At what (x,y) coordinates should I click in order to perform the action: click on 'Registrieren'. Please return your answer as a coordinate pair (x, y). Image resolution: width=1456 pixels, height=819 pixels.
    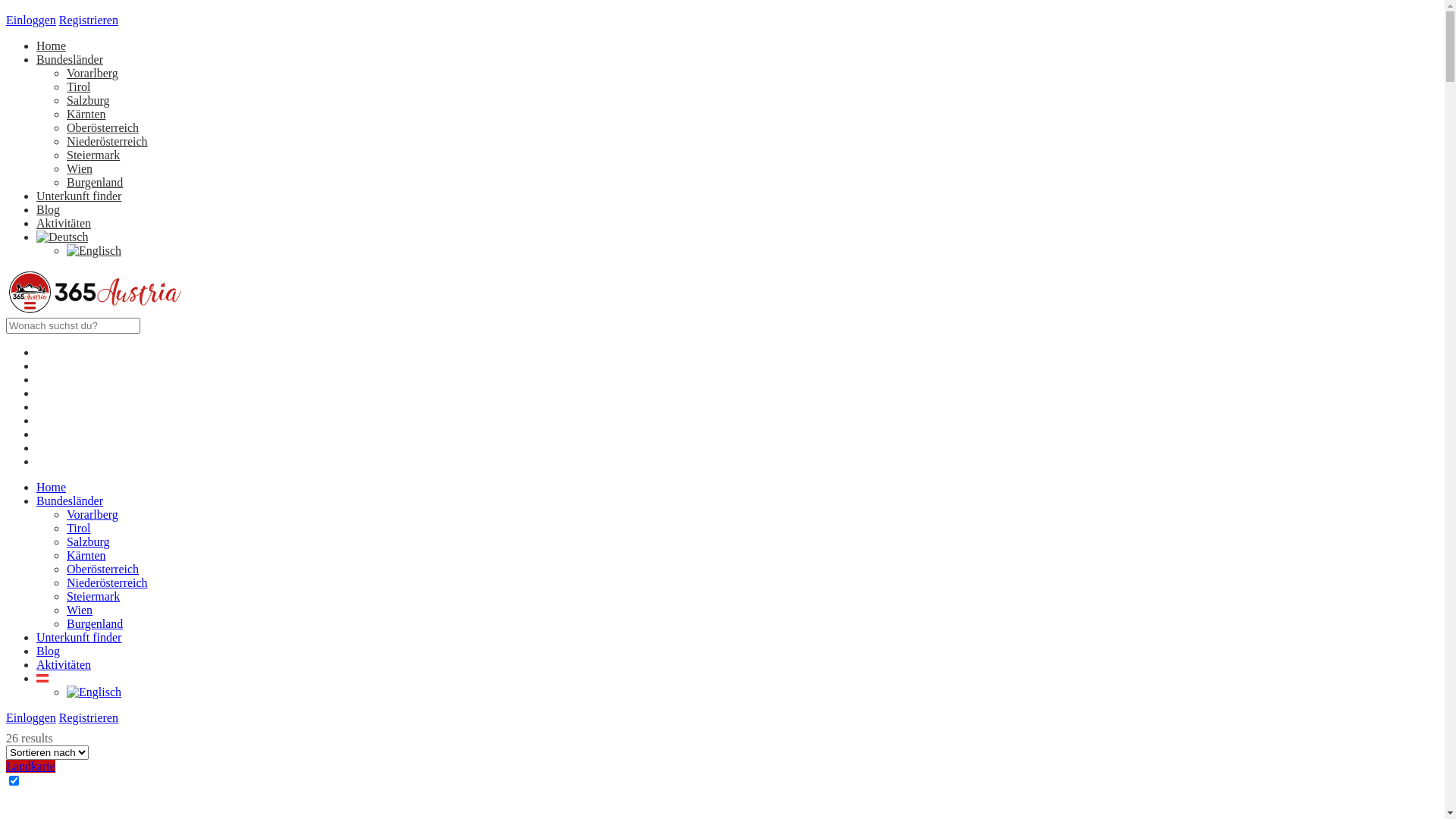
    Looking at the image, I should click on (87, 683).